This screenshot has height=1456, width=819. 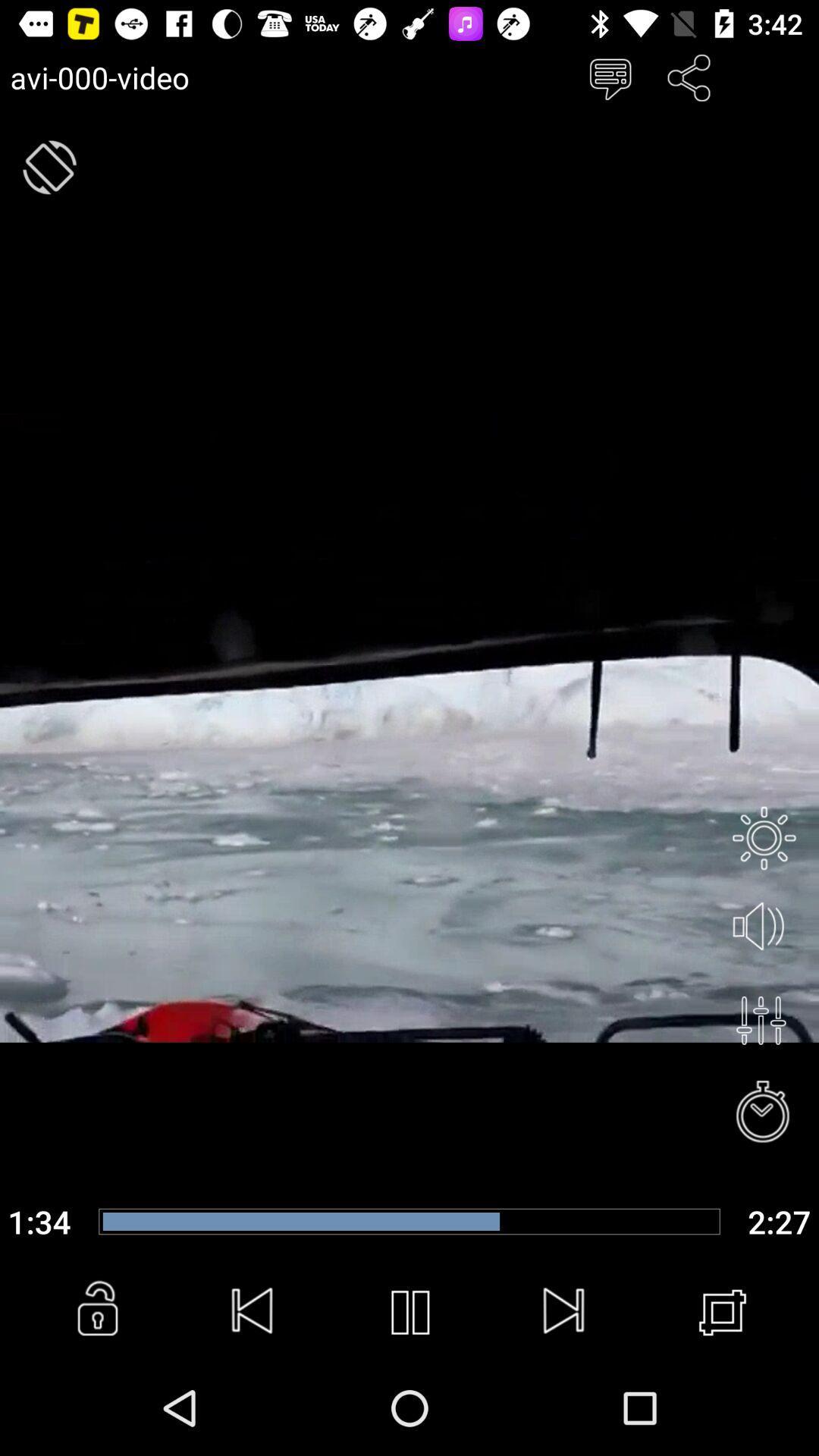 What do you see at coordinates (764, 927) in the screenshot?
I see `the volume icon` at bounding box center [764, 927].